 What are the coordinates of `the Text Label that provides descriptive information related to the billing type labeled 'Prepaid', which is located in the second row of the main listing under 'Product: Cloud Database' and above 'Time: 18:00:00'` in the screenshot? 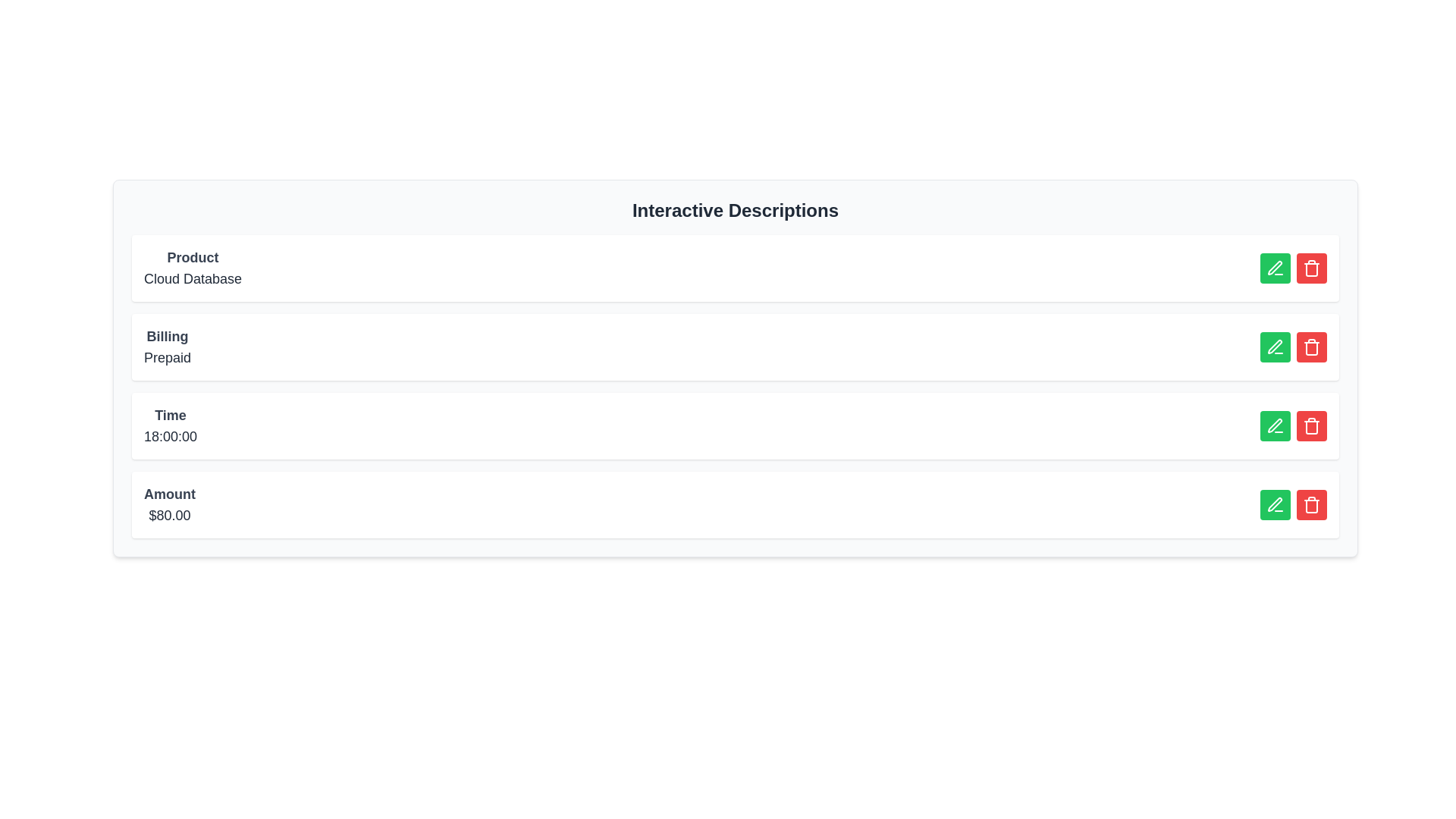 It's located at (167, 347).